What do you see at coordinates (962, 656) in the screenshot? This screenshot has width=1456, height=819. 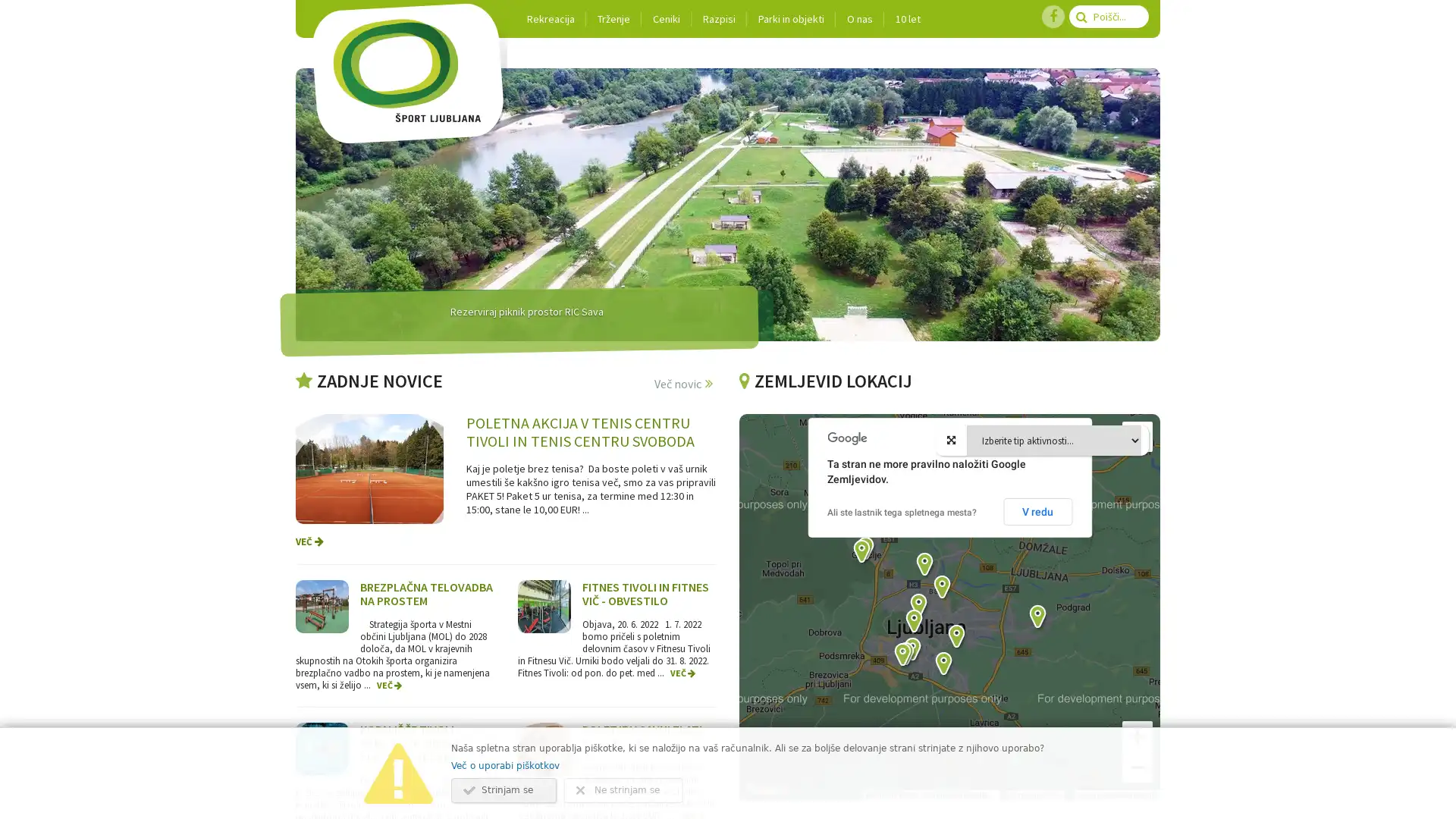 I see `Kako do nas?` at bounding box center [962, 656].